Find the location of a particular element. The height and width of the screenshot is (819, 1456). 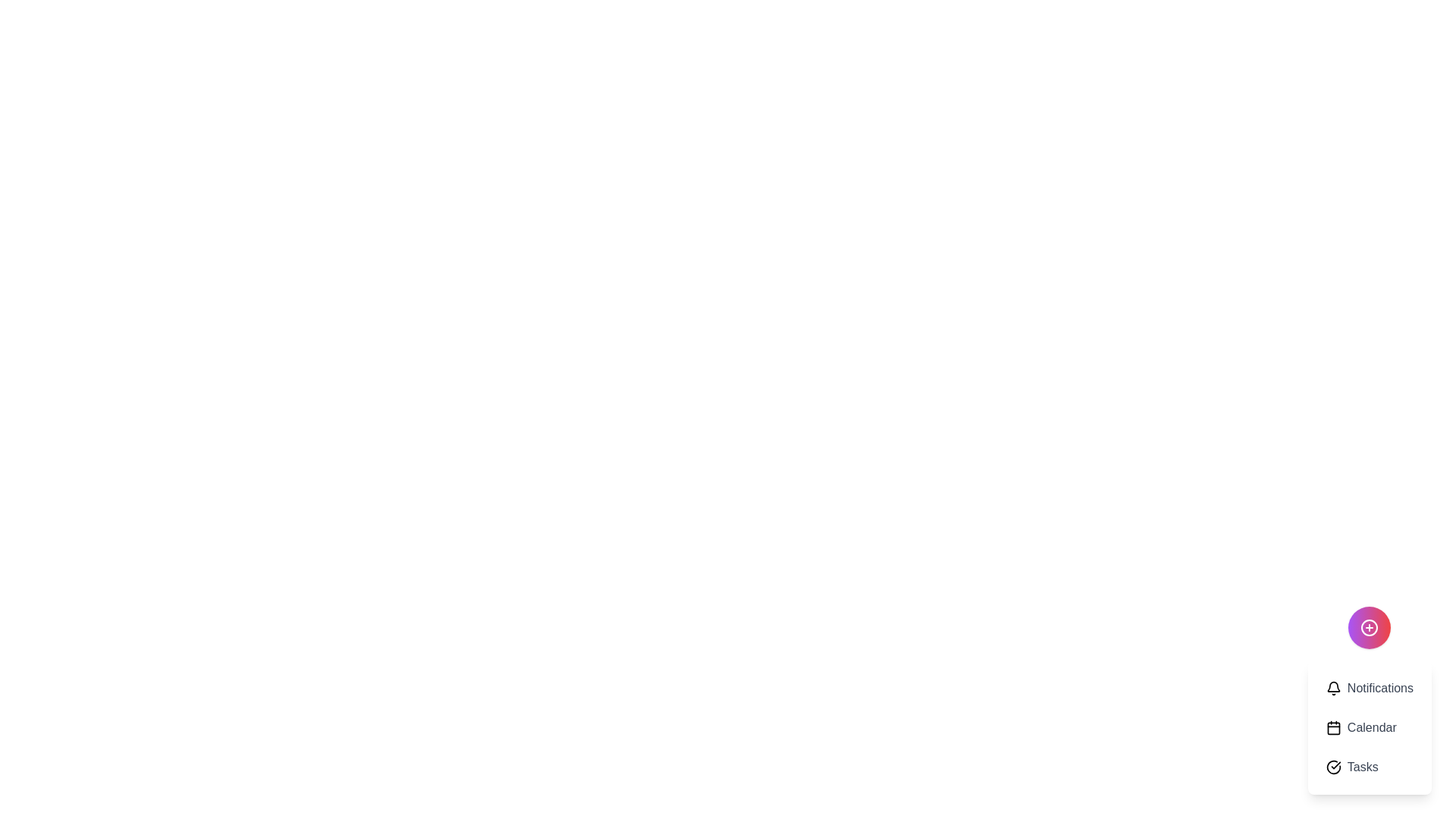

the 'Notifications' menu item is located at coordinates (1370, 688).